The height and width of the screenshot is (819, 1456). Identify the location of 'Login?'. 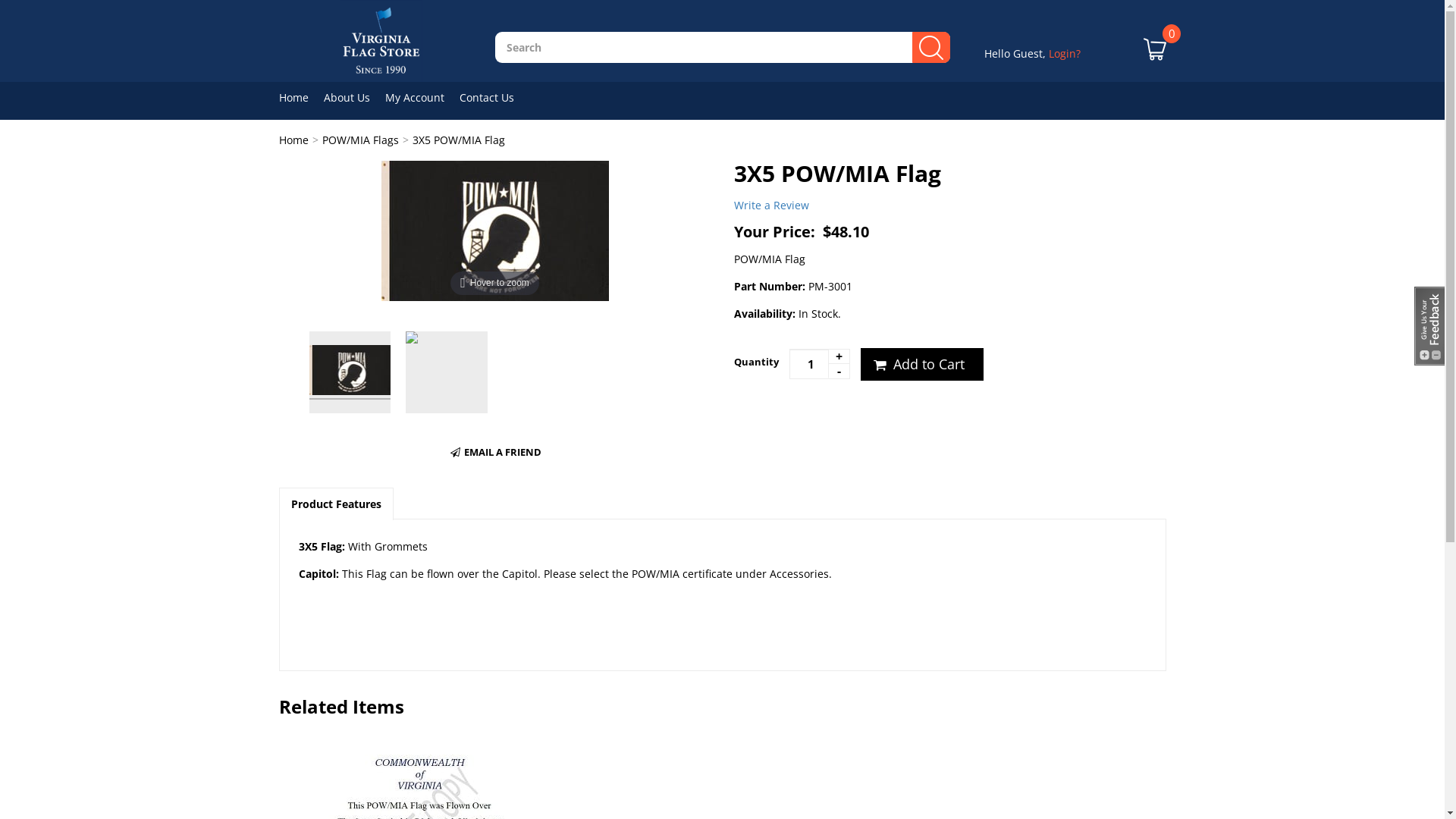
(1062, 52).